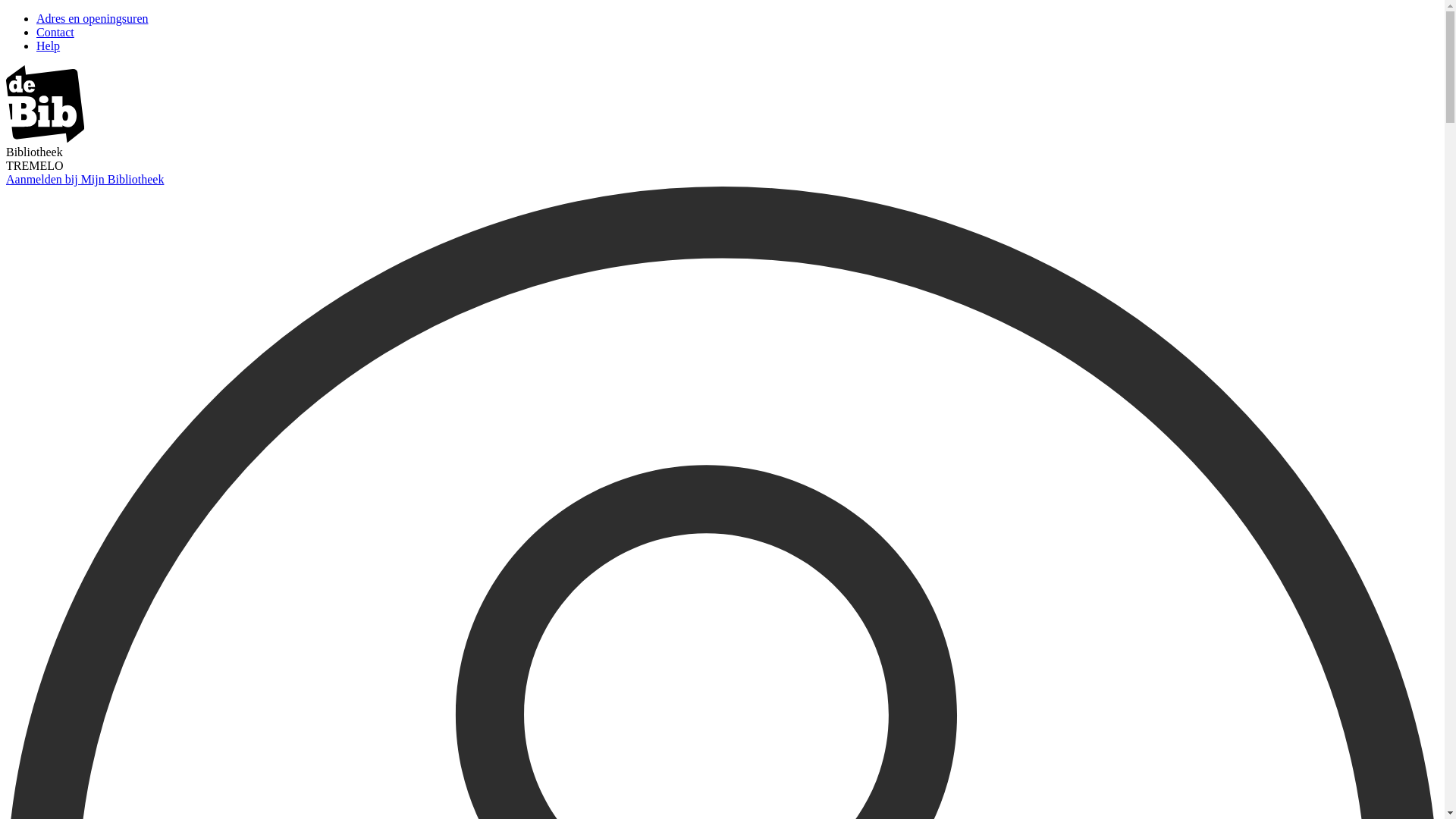 Image resolution: width=1456 pixels, height=819 pixels. Describe the element at coordinates (91, 18) in the screenshot. I see `'Adres en openingsuren'` at that location.